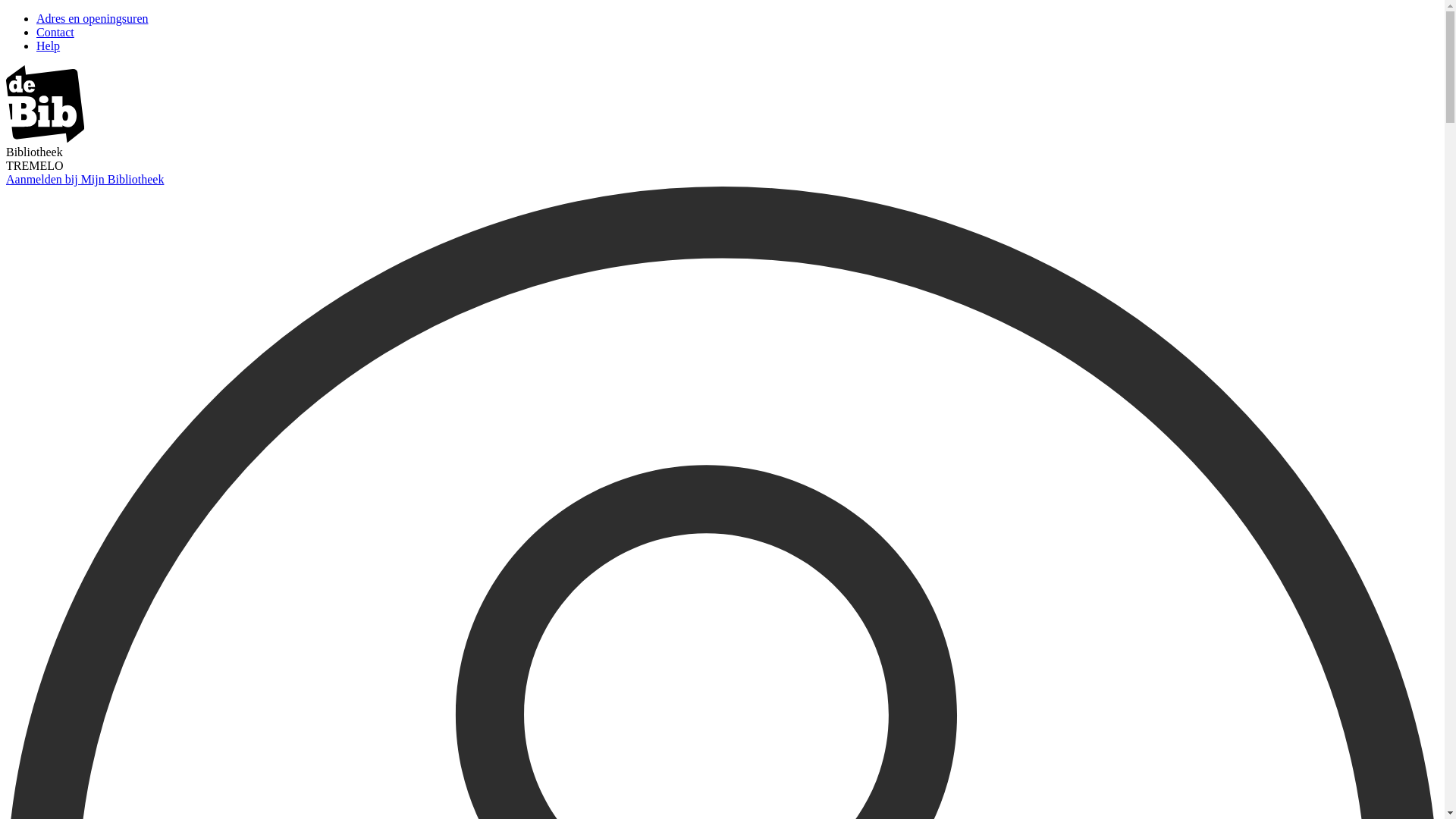 Image resolution: width=1456 pixels, height=819 pixels. Describe the element at coordinates (91, 18) in the screenshot. I see `'Adres en openingsuren'` at that location.